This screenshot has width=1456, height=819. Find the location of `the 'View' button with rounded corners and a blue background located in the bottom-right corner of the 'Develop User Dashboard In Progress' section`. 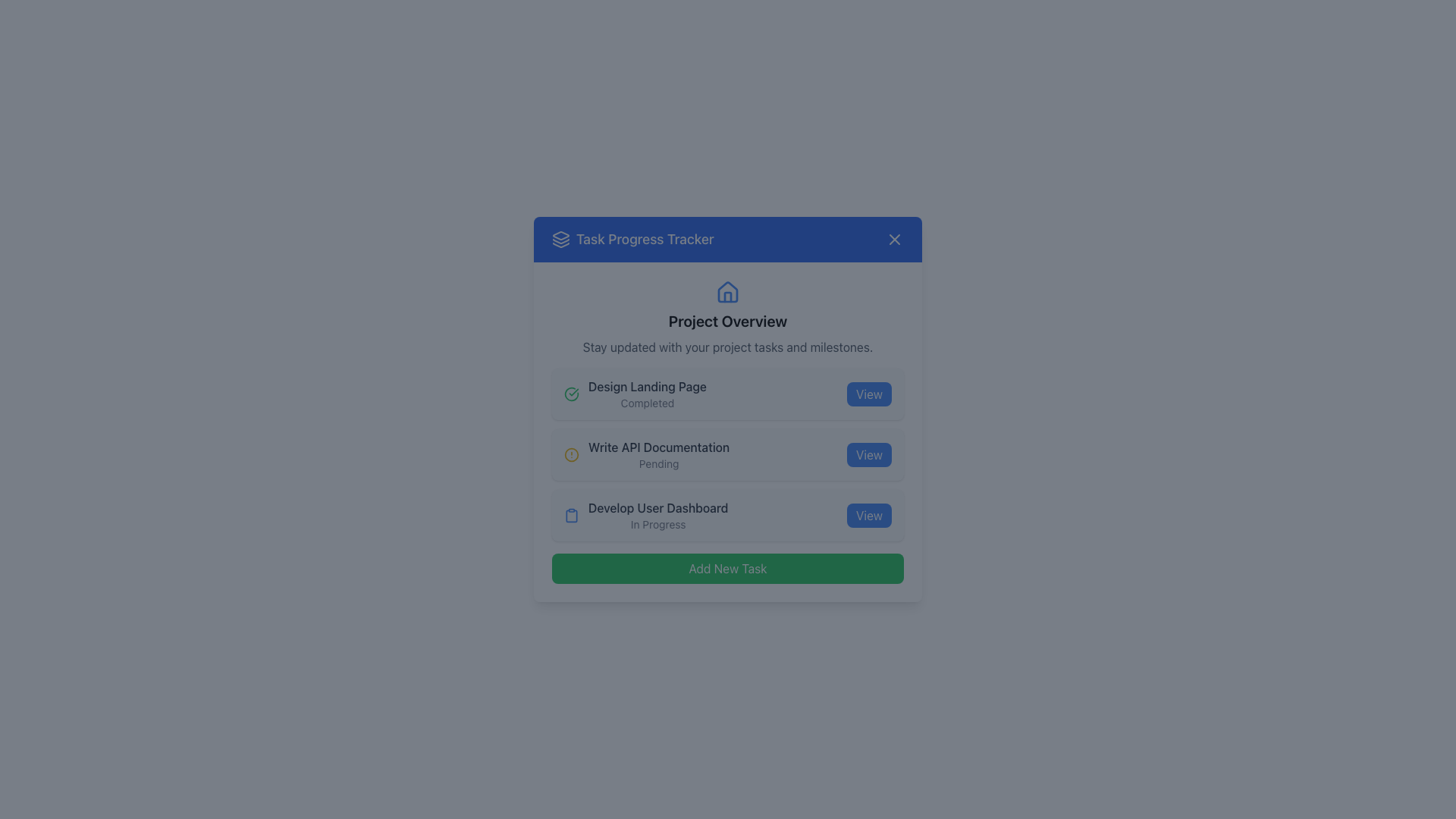

the 'View' button with rounded corners and a blue background located in the bottom-right corner of the 'Develop User Dashboard In Progress' section is located at coordinates (869, 514).